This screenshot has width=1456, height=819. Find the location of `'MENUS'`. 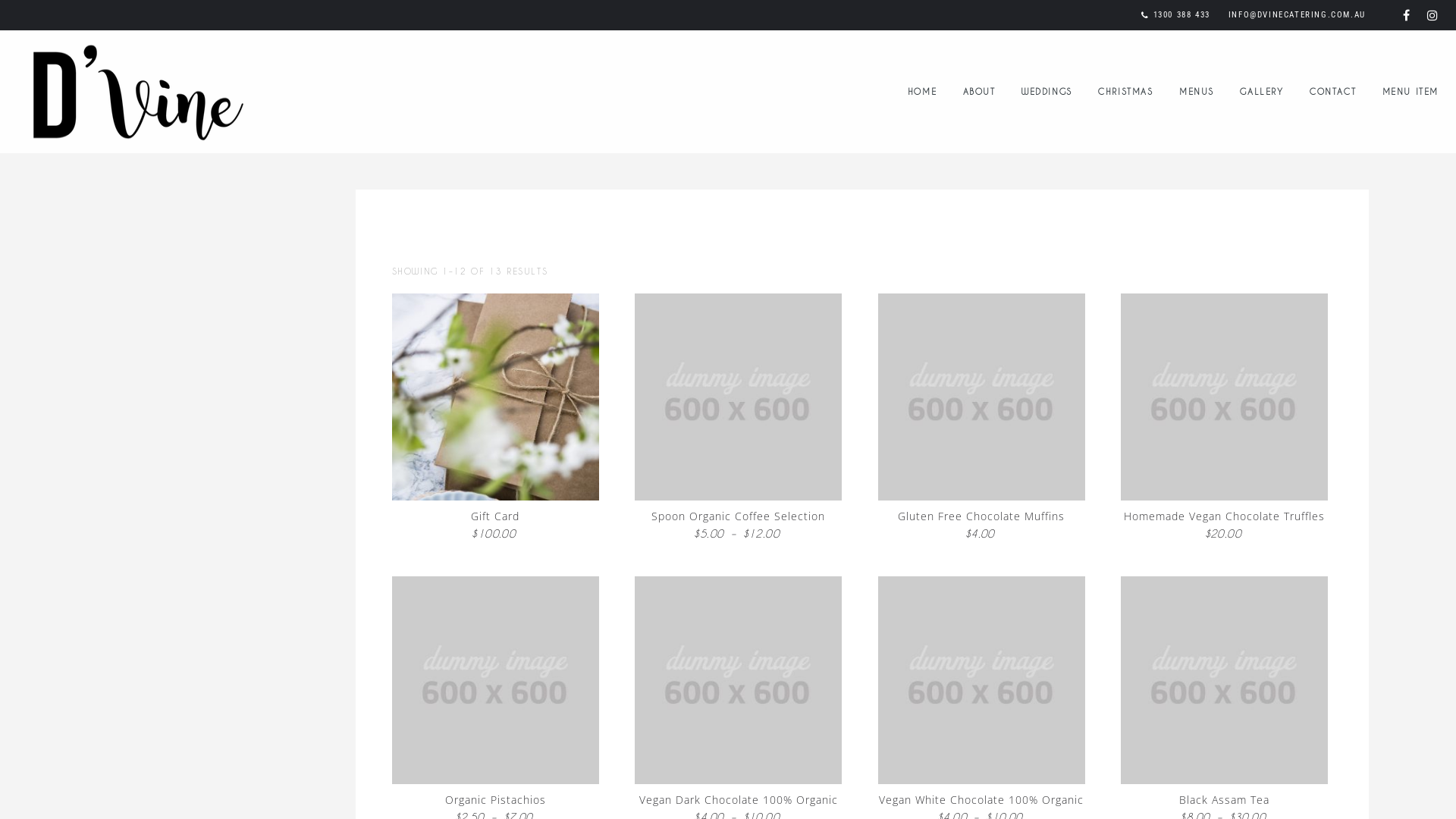

'MENUS' is located at coordinates (1196, 90).